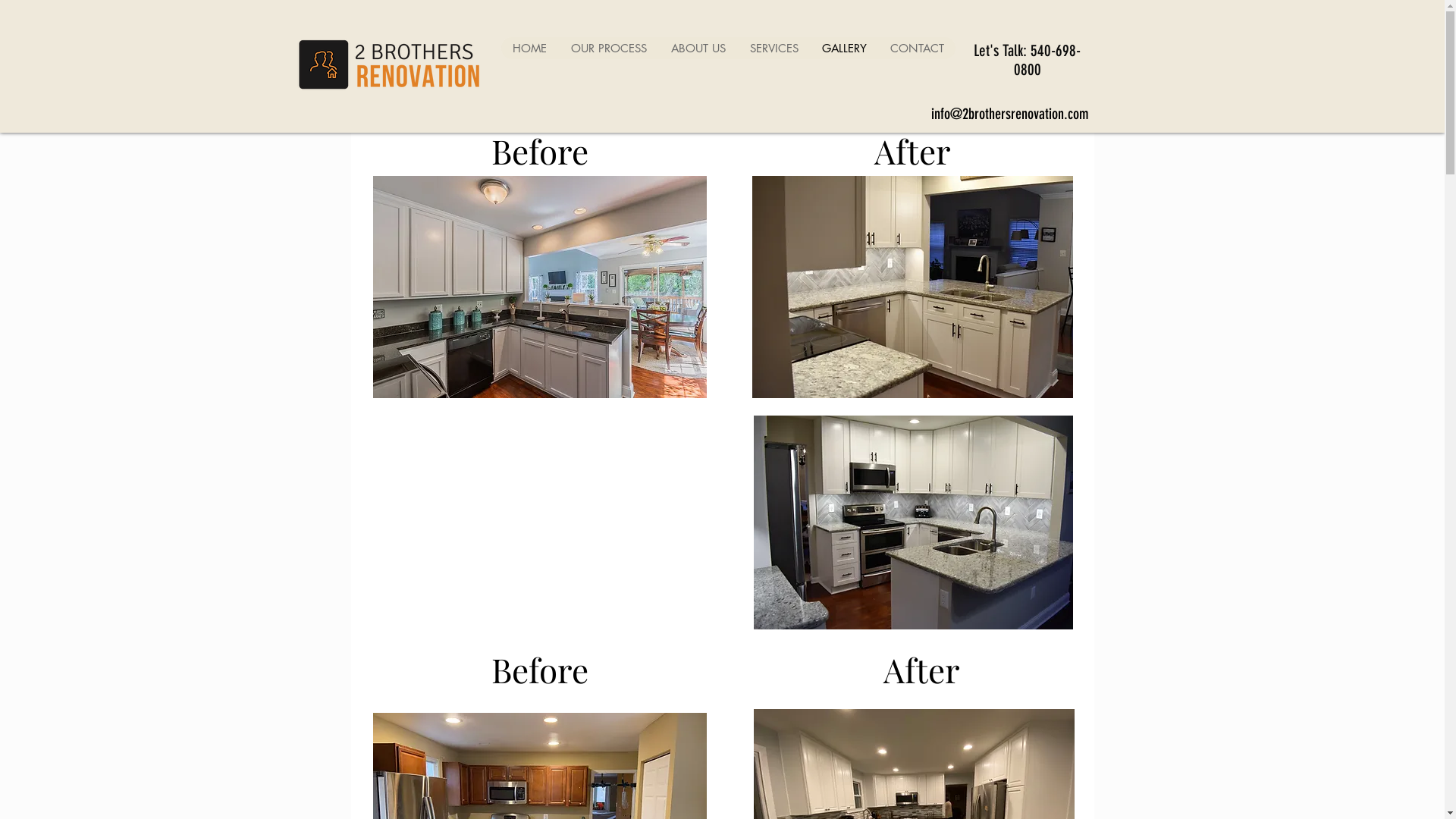 The width and height of the screenshot is (1456, 819). What do you see at coordinates (773, 47) in the screenshot?
I see `'SERVICES'` at bounding box center [773, 47].